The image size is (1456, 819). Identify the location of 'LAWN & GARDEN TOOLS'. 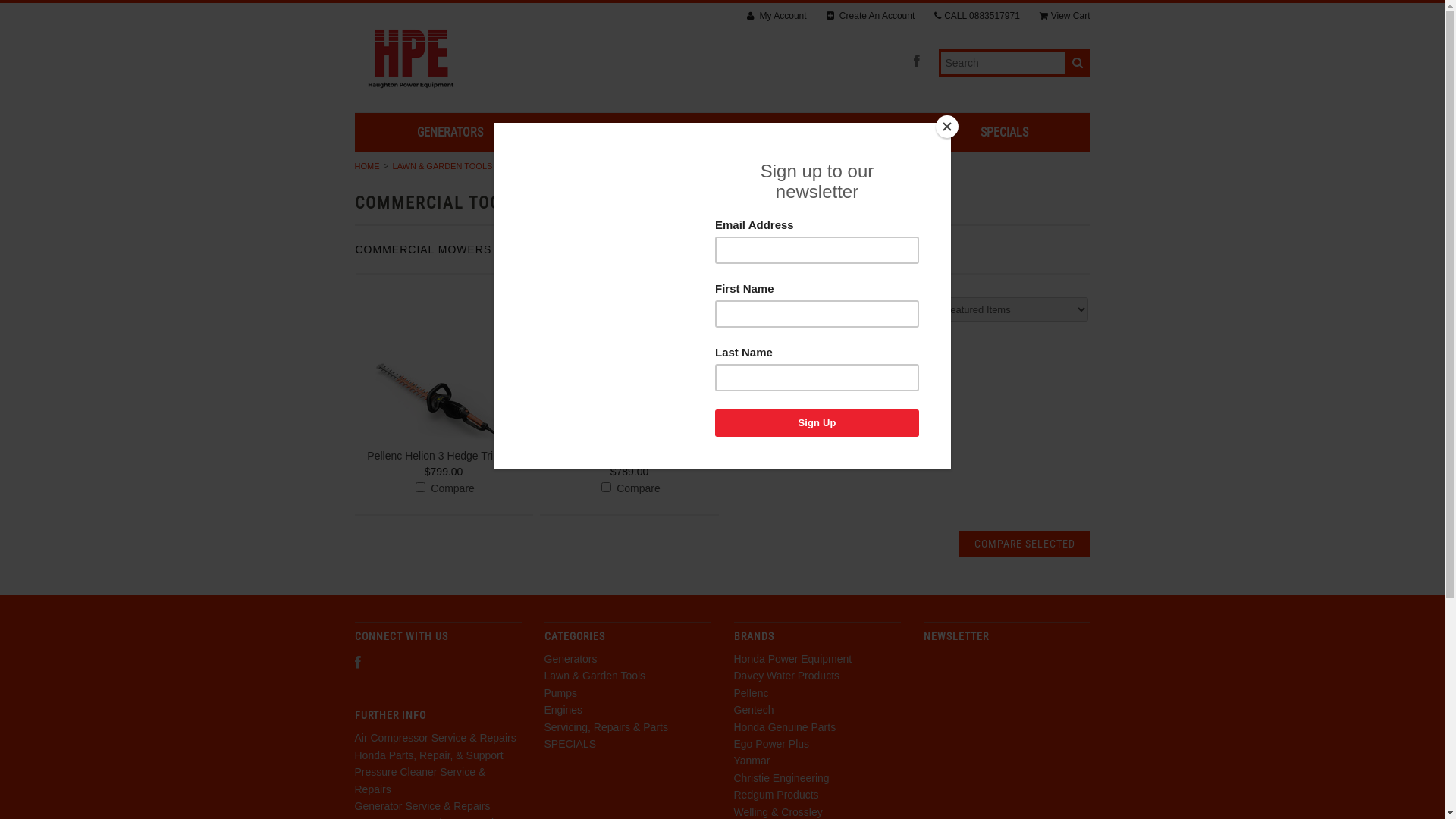
(573, 131).